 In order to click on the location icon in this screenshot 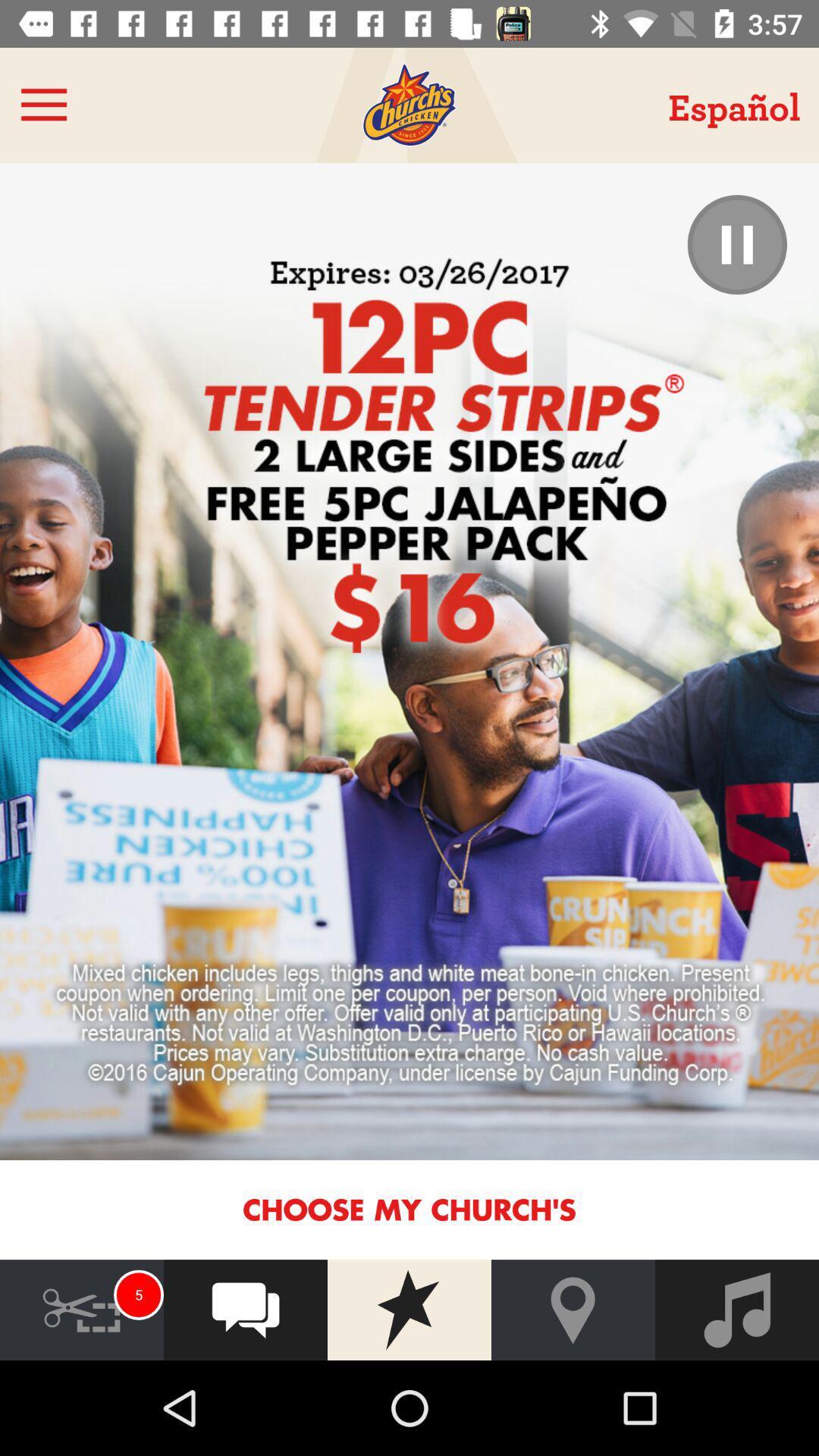, I will do `click(573, 1309)`.